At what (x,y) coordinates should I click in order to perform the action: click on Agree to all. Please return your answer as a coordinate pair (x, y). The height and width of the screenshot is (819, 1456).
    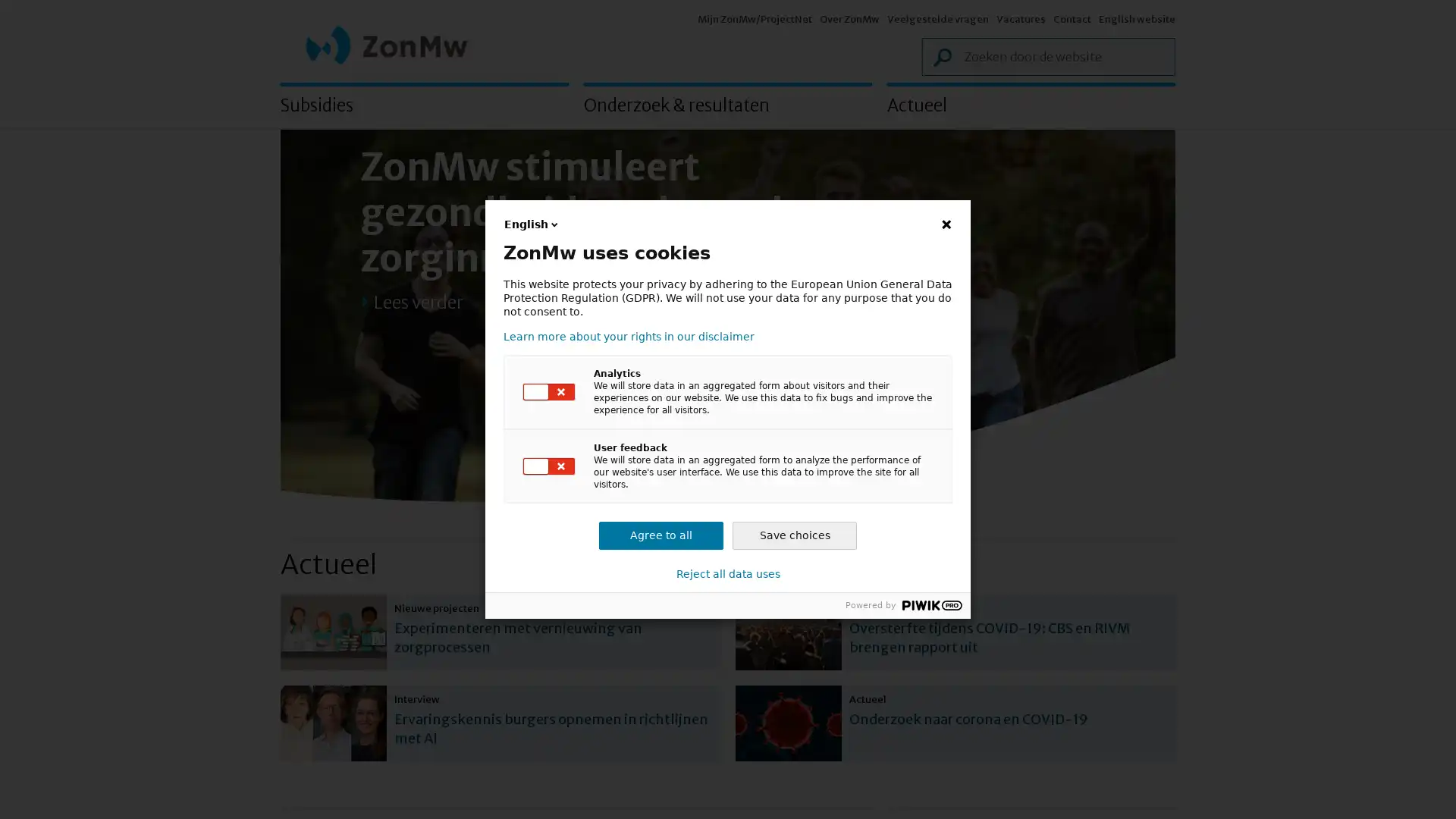
    Looking at the image, I should click on (661, 535).